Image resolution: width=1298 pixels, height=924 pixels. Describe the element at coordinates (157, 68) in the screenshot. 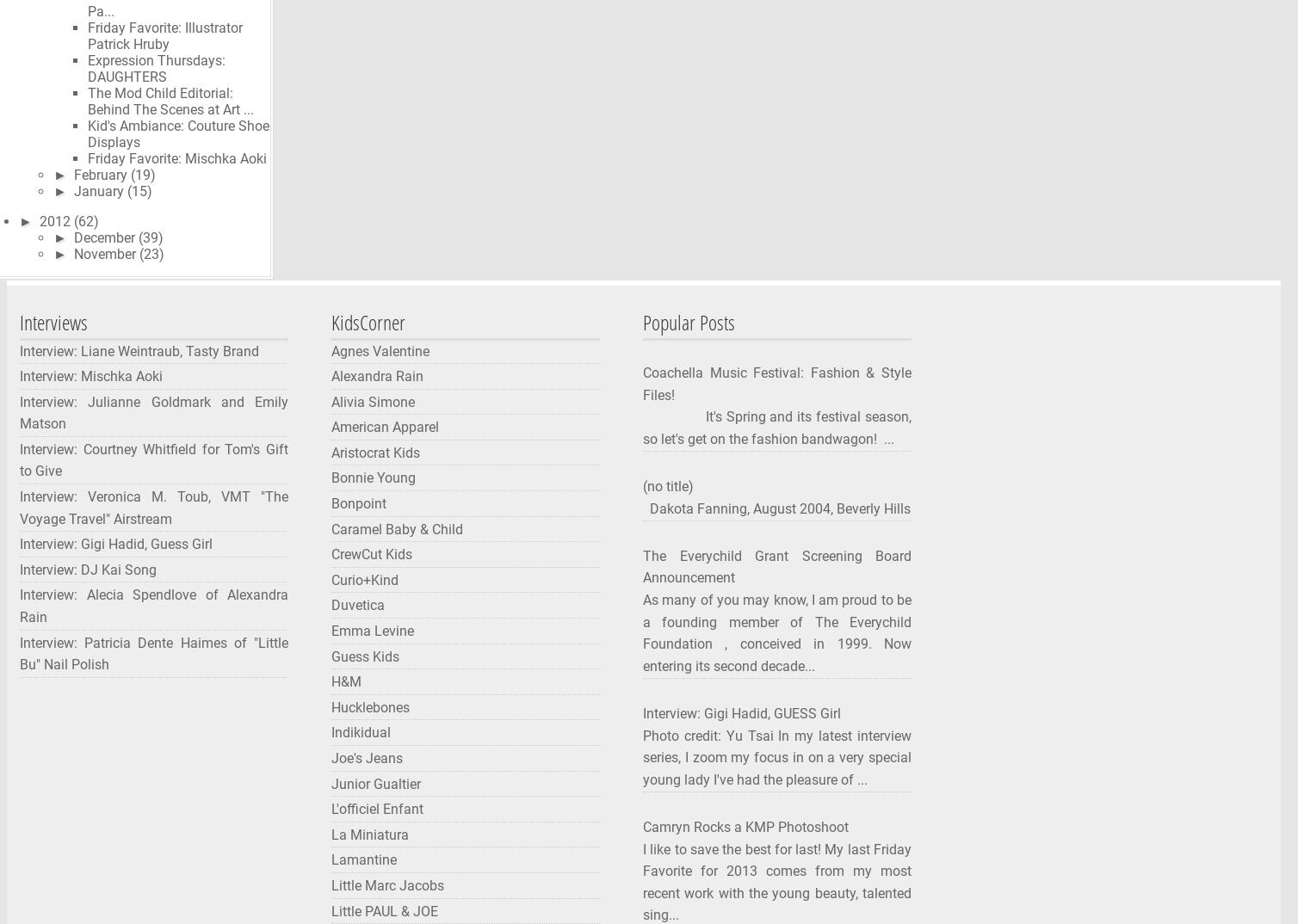

I see `'Expression Thursdays: DAUGHTERS'` at that location.